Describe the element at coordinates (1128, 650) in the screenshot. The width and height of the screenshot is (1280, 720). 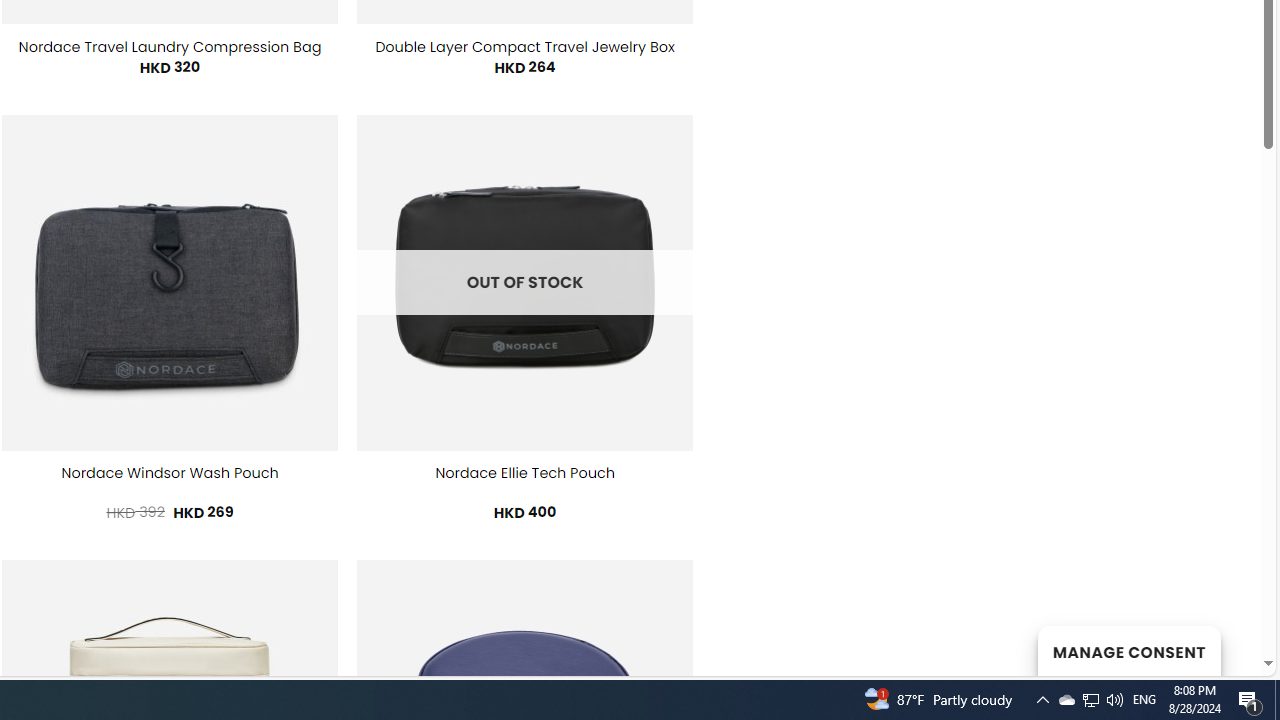
I see `'MANAGE CONSENT'` at that location.